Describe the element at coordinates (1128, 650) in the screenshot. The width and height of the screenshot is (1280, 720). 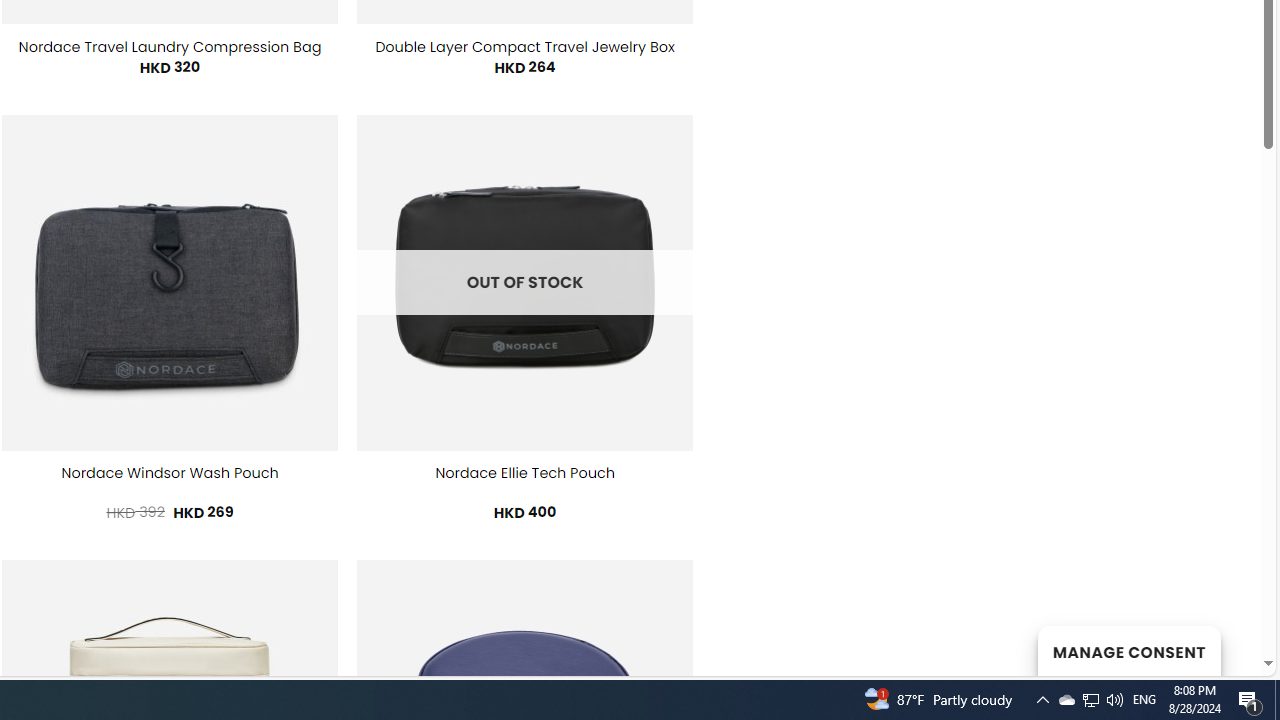
I see `'MANAGE CONSENT'` at that location.